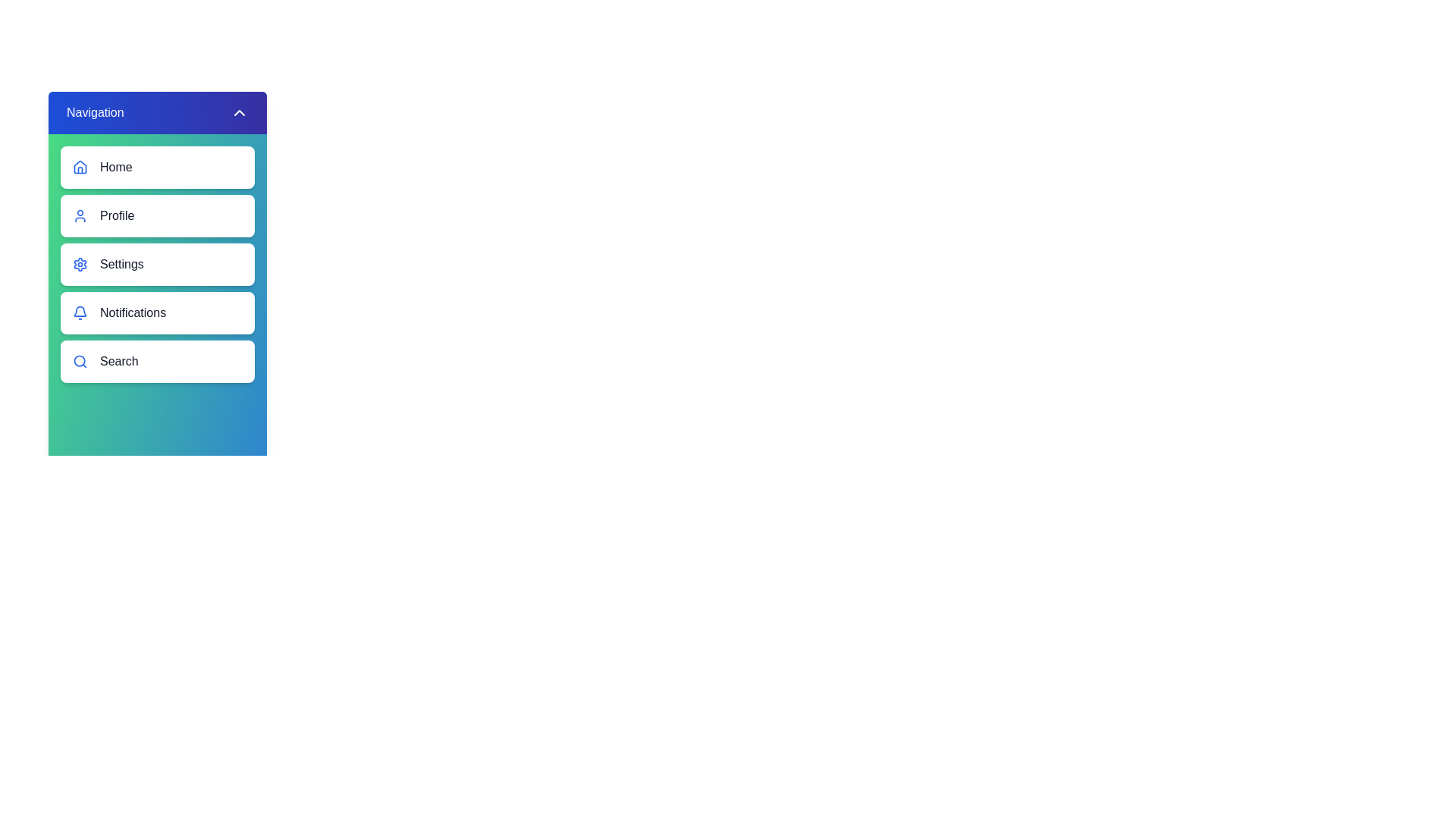 This screenshot has height=819, width=1456. Describe the element at coordinates (157, 167) in the screenshot. I see `the 'Home' navigation button located at the top of the sidebar menu` at that location.